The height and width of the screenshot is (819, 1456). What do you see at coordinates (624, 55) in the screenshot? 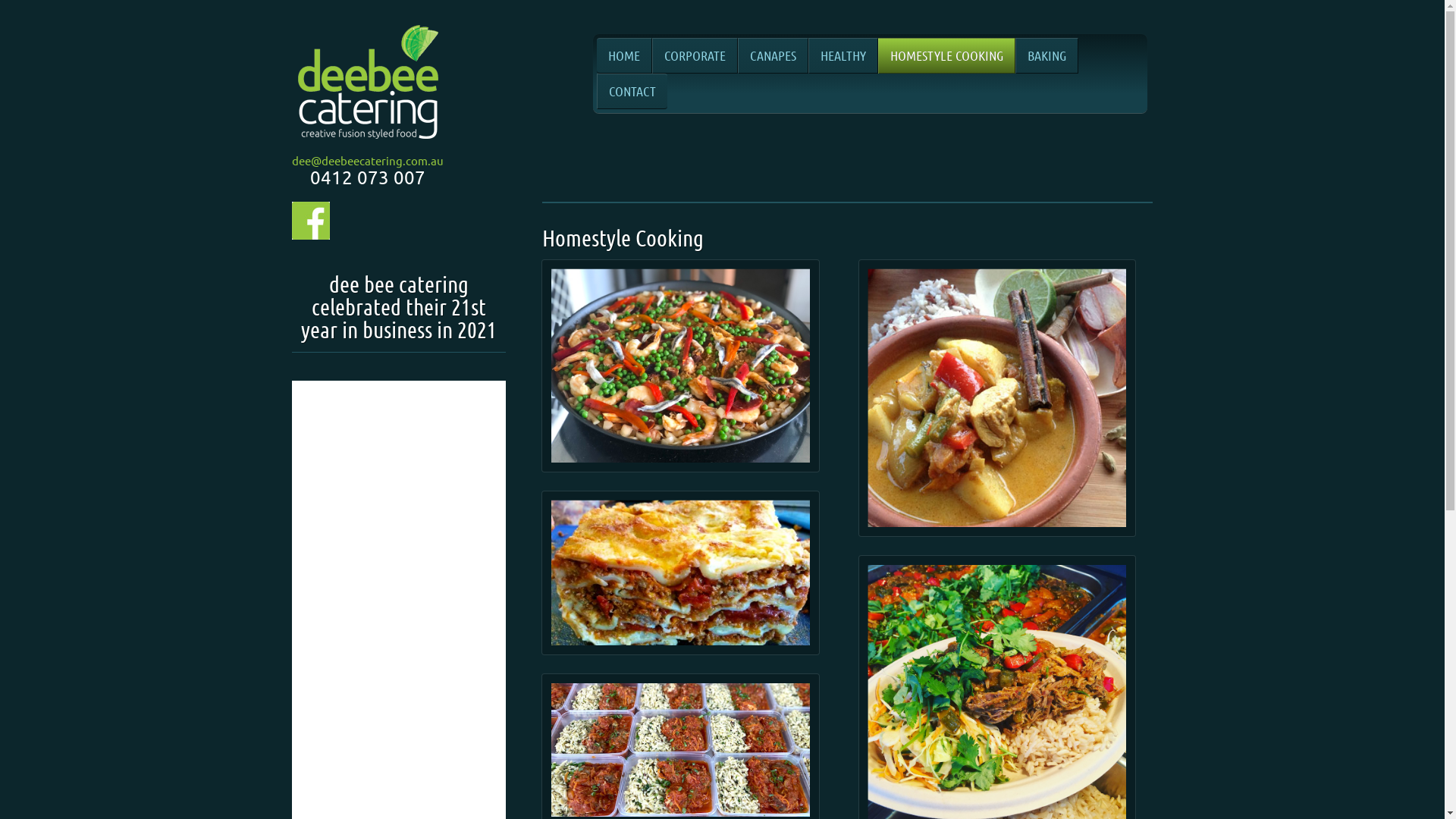
I see `'HOME'` at bounding box center [624, 55].